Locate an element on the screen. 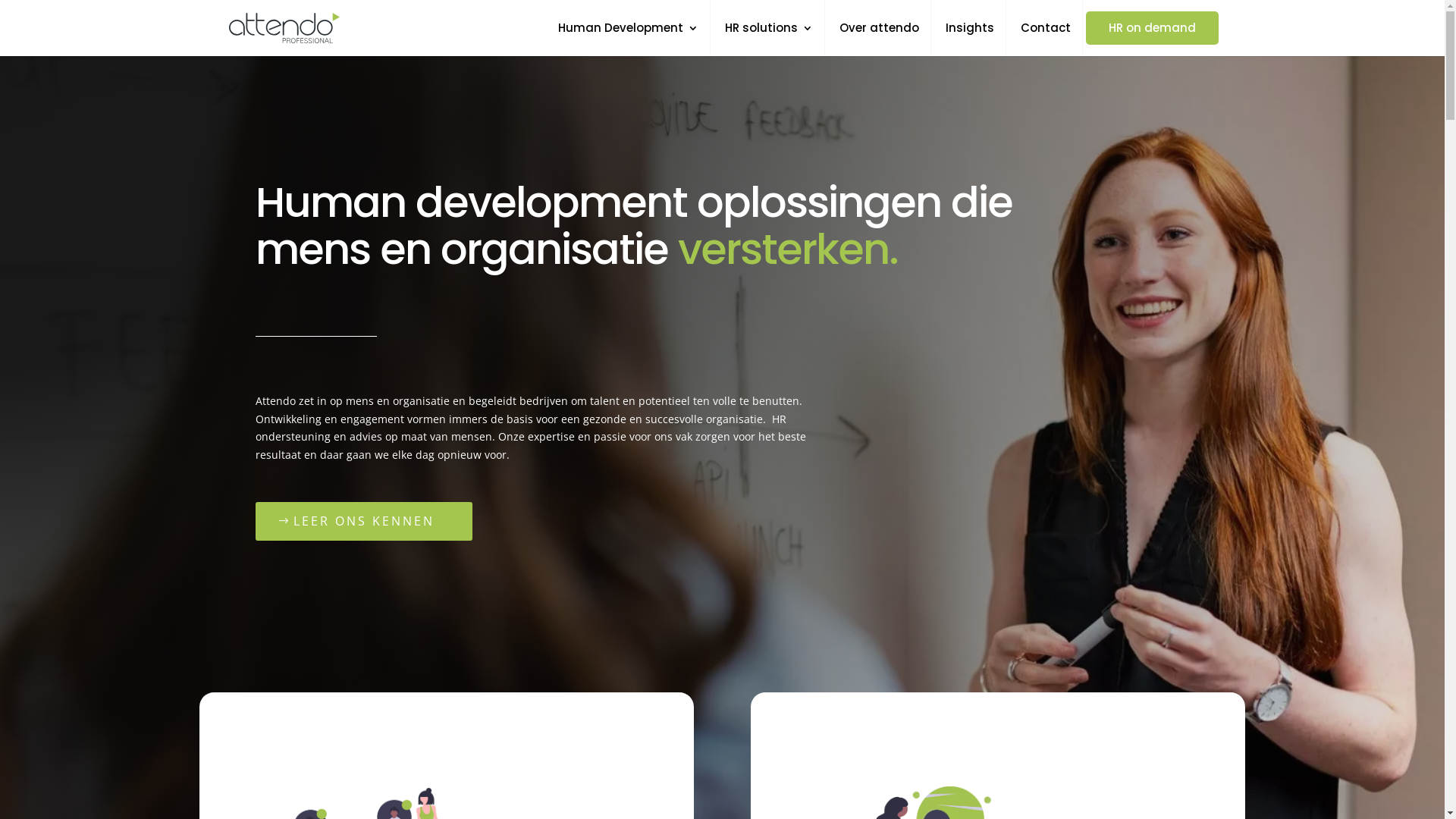 Image resolution: width=1456 pixels, height=819 pixels. 'HR on demand' is located at coordinates (1152, 28).